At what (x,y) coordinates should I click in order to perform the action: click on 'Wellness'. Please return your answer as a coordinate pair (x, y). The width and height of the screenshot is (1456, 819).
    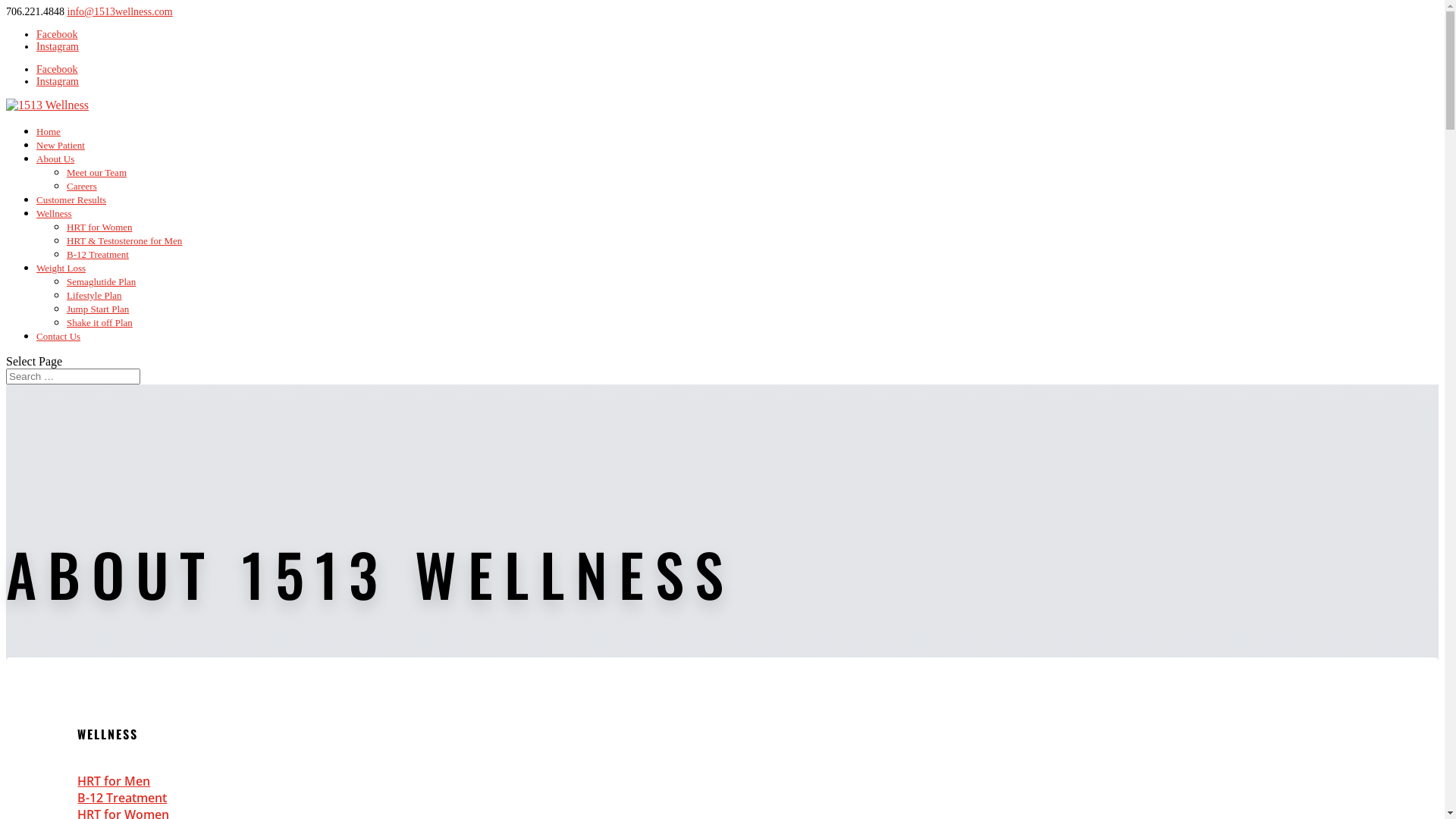
    Looking at the image, I should click on (36, 213).